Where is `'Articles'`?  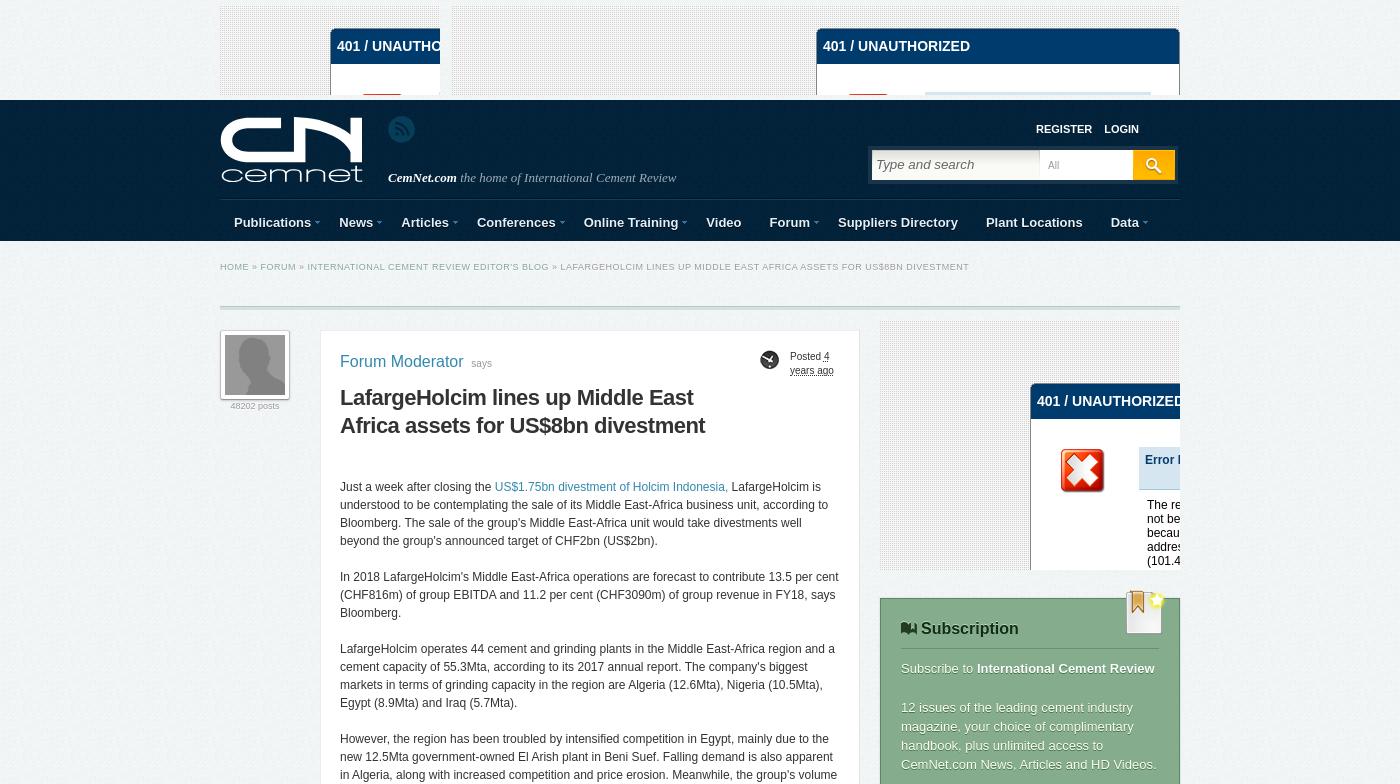 'Articles' is located at coordinates (424, 222).